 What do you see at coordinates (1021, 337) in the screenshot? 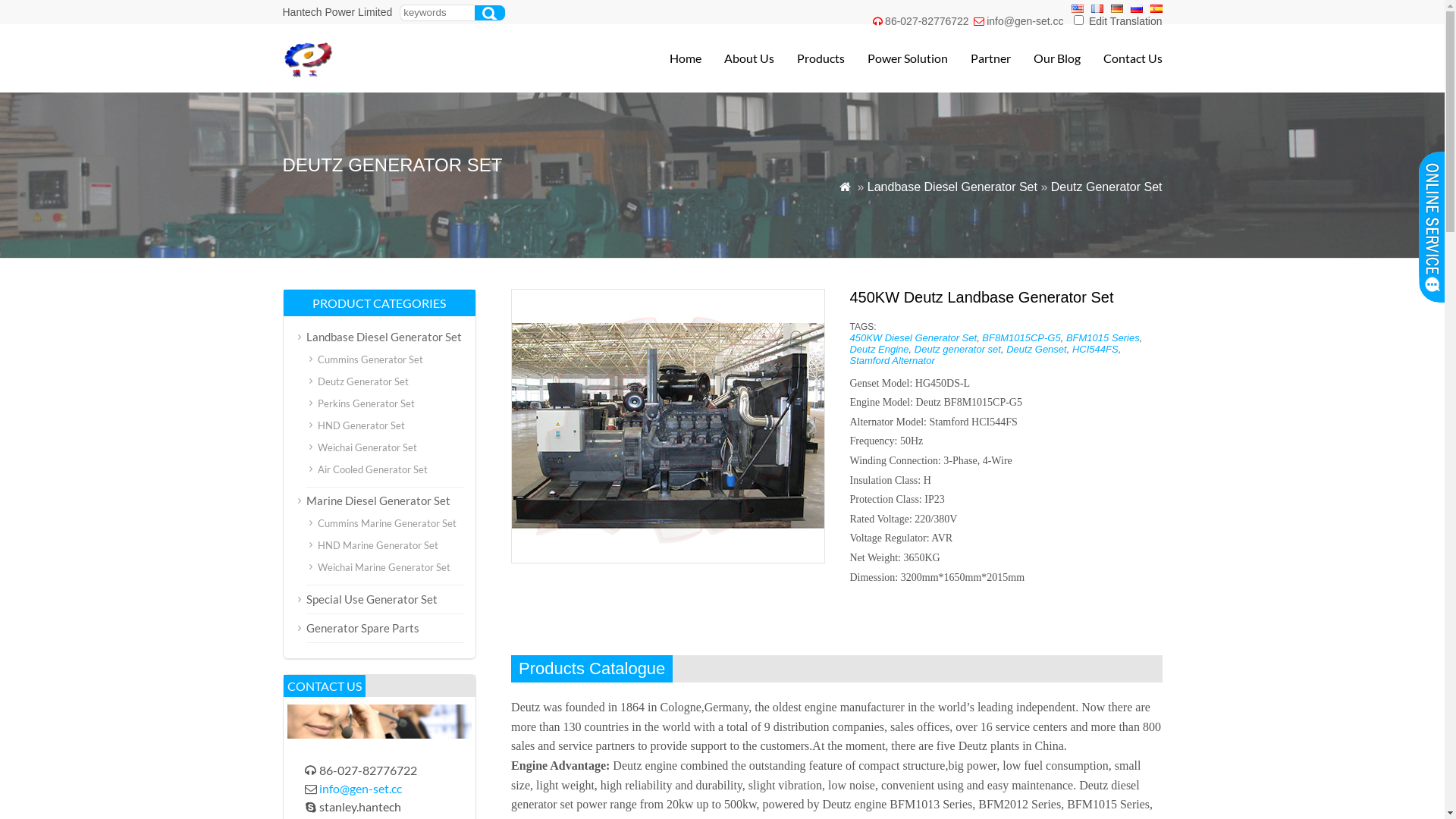
I see `'BF8M1015CP-G5'` at bounding box center [1021, 337].